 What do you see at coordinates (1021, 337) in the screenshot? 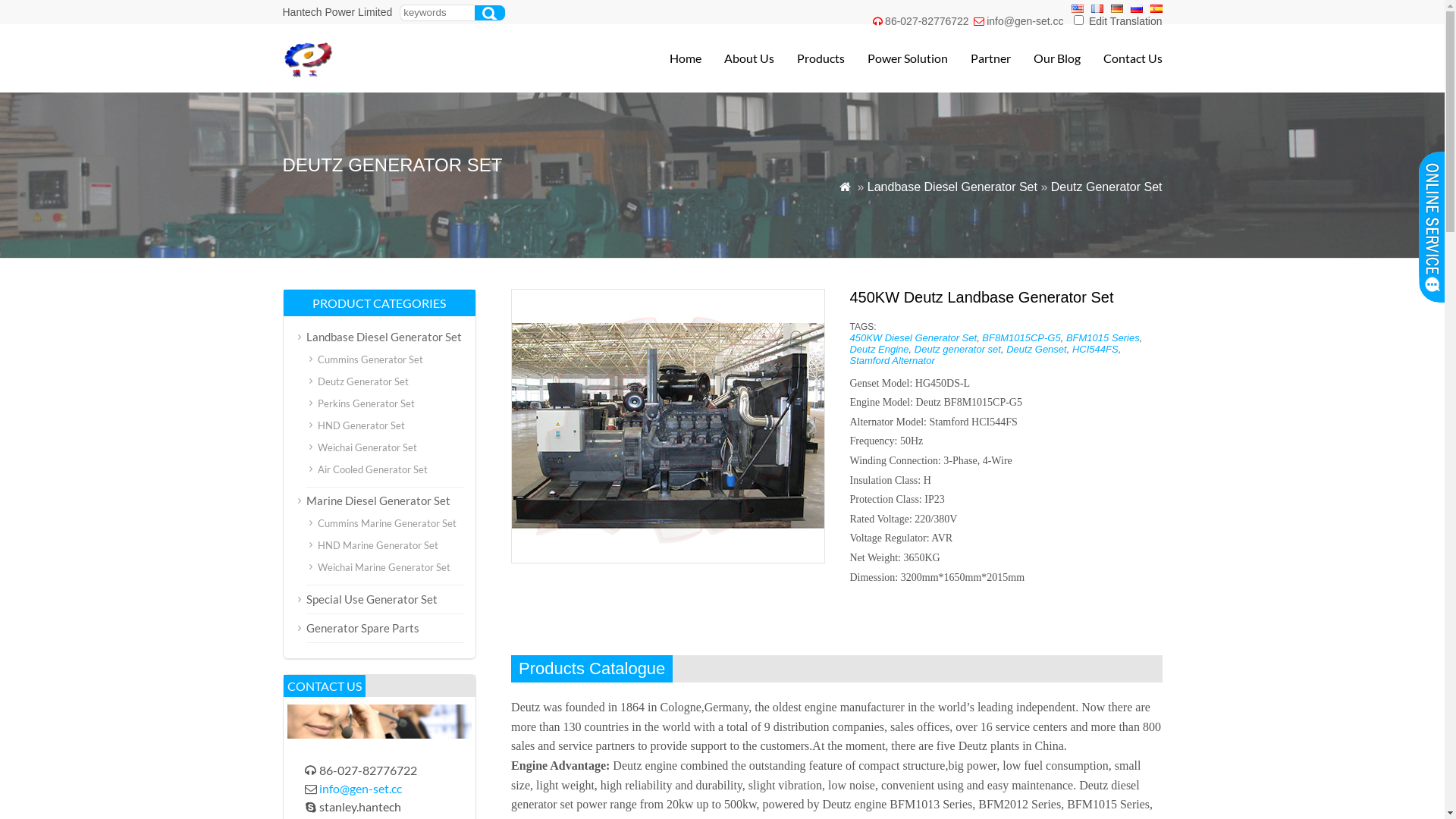
I see `'BF8M1015CP-G5'` at bounding box center [1021, 337].